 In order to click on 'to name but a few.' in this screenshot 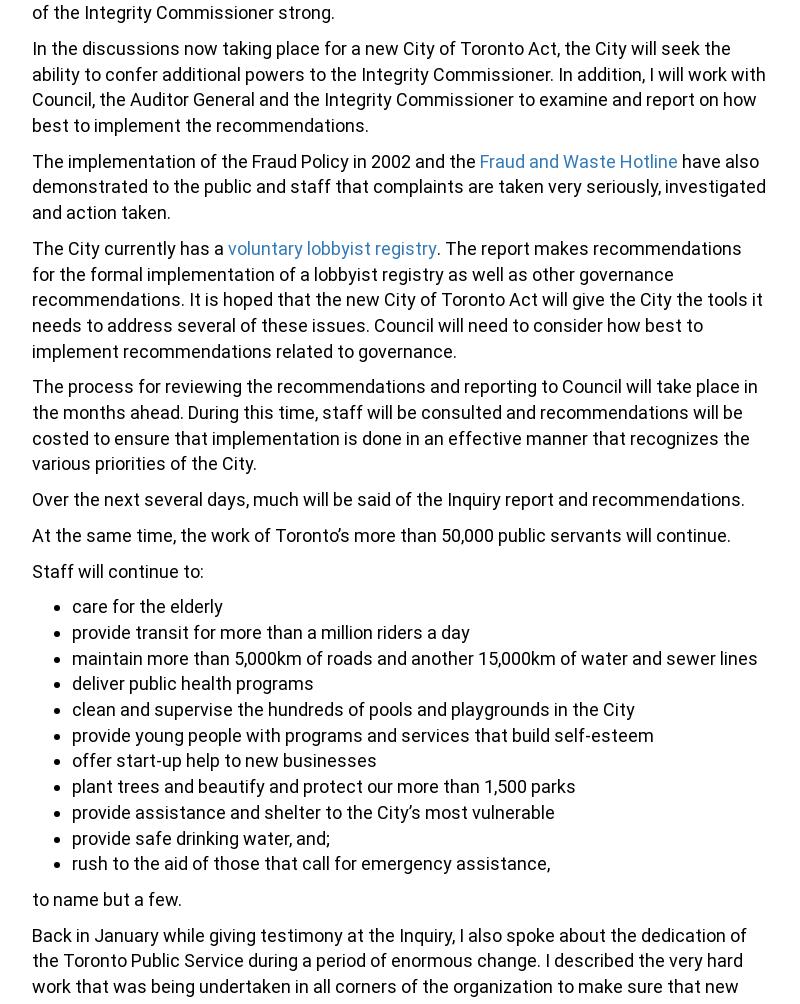, I will do `click(32, 897)`.